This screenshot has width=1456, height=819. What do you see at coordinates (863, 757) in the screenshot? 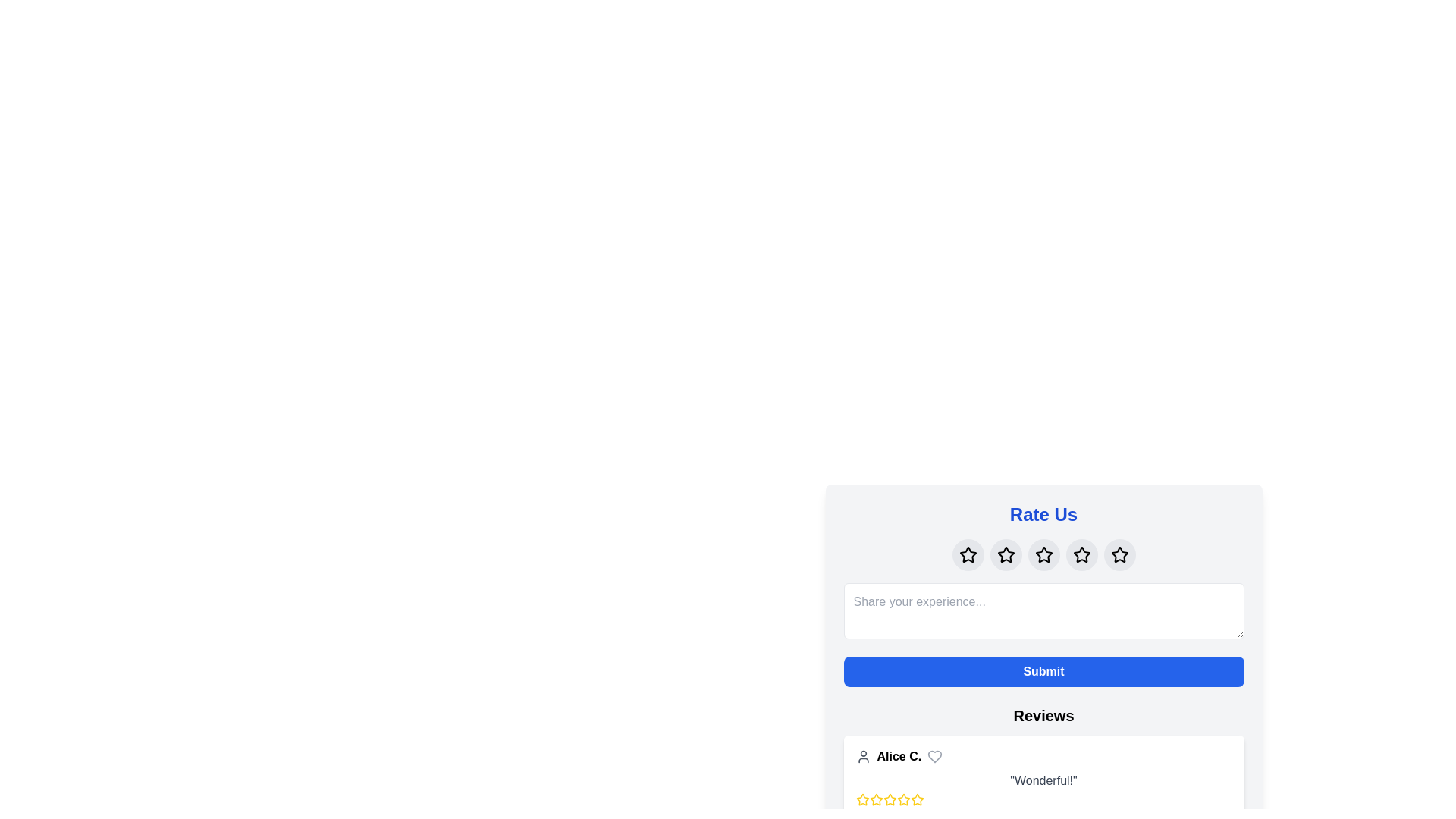
I see `the SVG icon representing the user associated with the review, located to the left of the title 'Alice C.'` at bounding box center [863, 757].